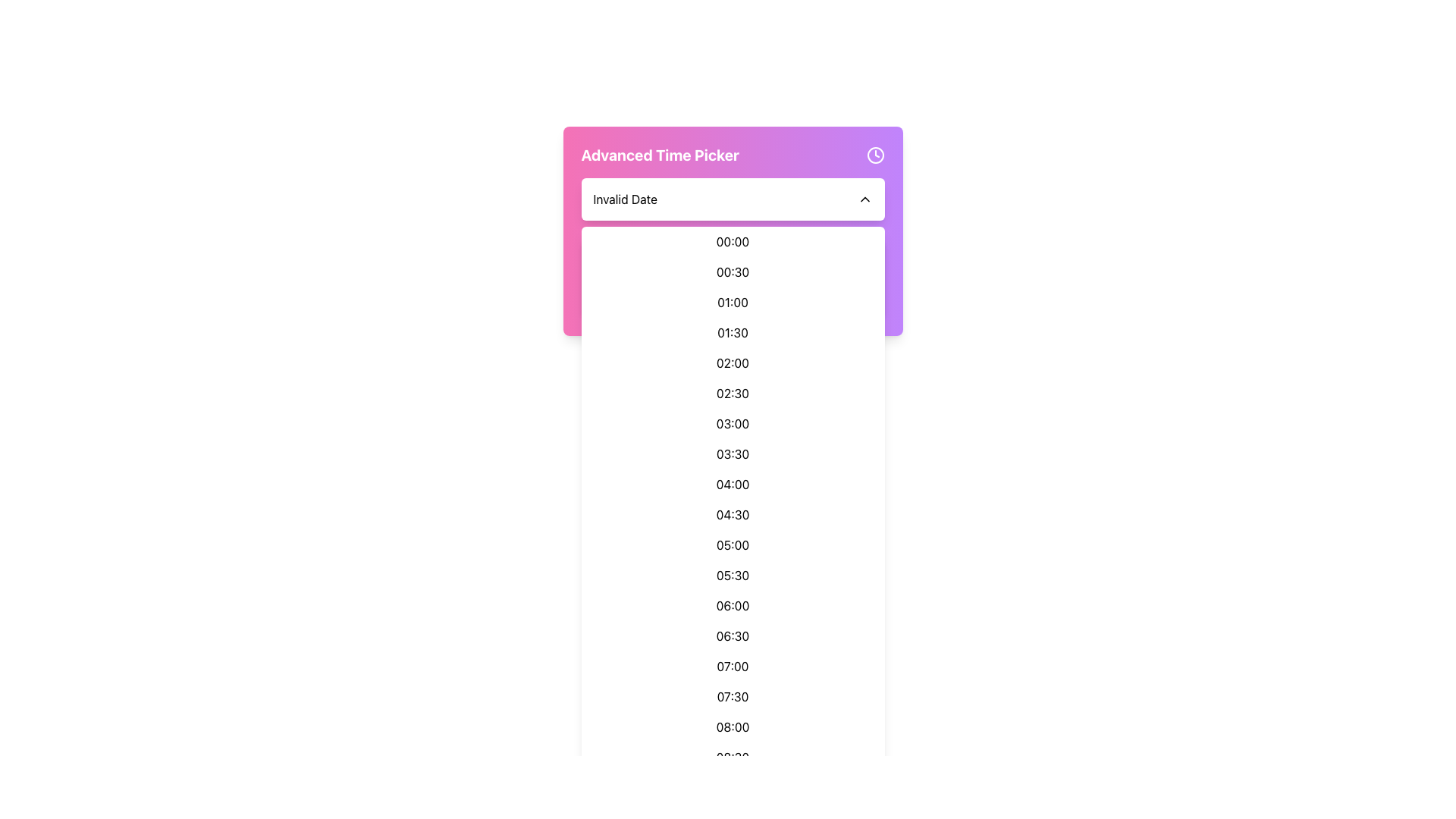  What do you see at coordinates (733, 513) in the screenshot?
I see `the 10th time option in the dropdown menu that is positioned between '04:00' and '05:00'` at bounding box center [733, 513].